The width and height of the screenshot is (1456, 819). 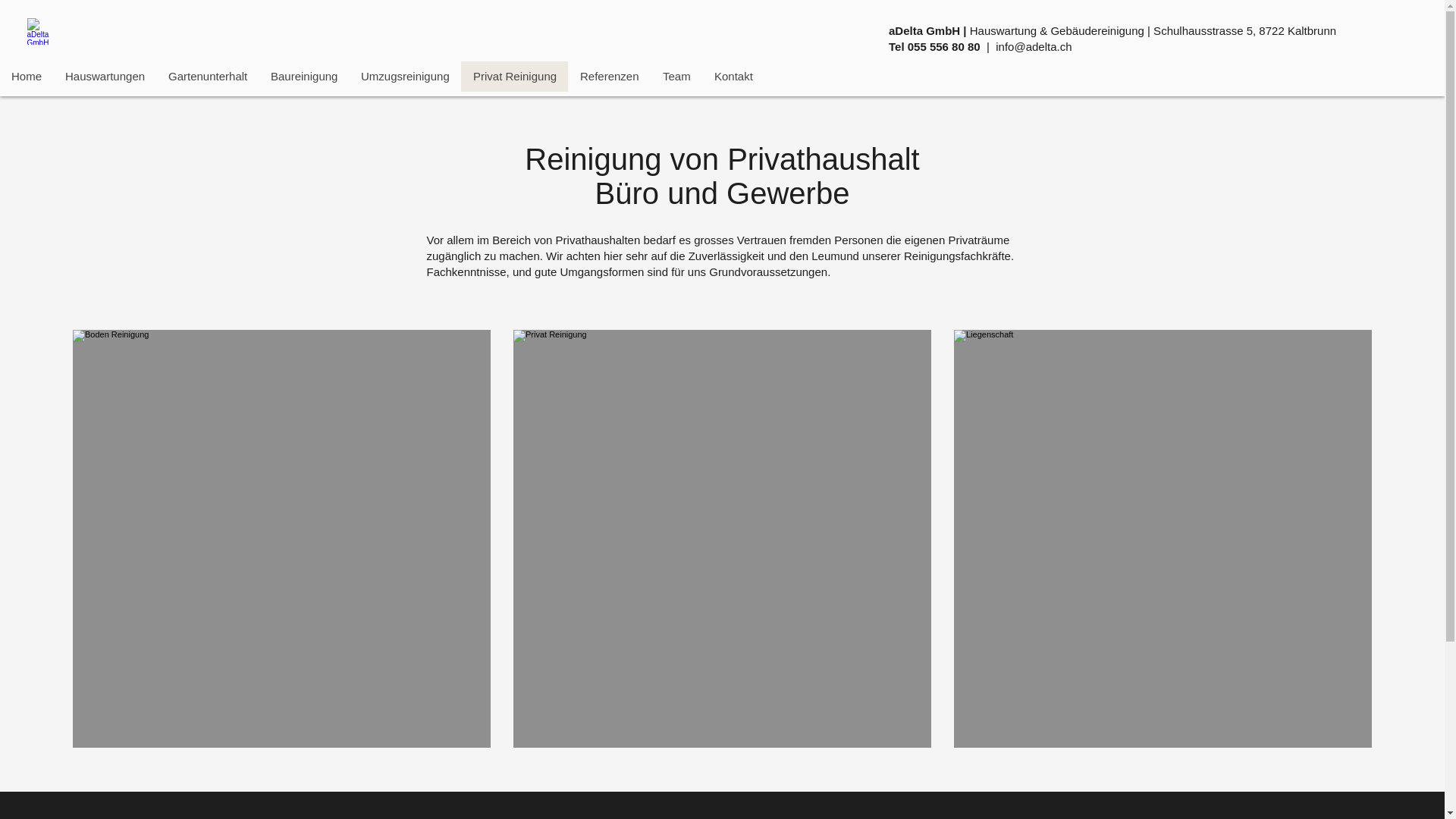 What do you see at coordinates (651, 76) in the screenshot?
I see `'Team'` at bounding box center [651, 76].